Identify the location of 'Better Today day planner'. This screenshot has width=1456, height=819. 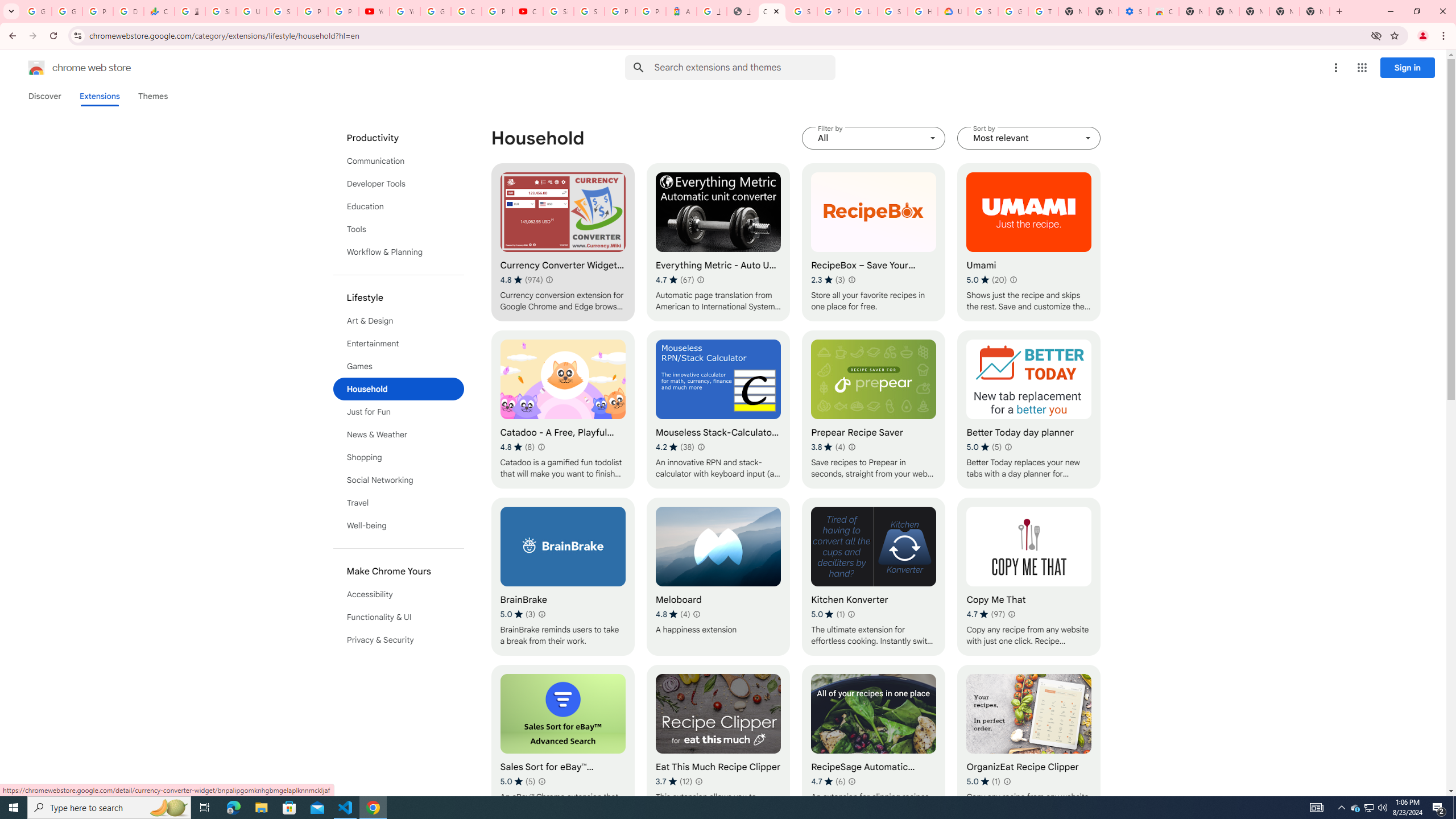
(1028, 409).